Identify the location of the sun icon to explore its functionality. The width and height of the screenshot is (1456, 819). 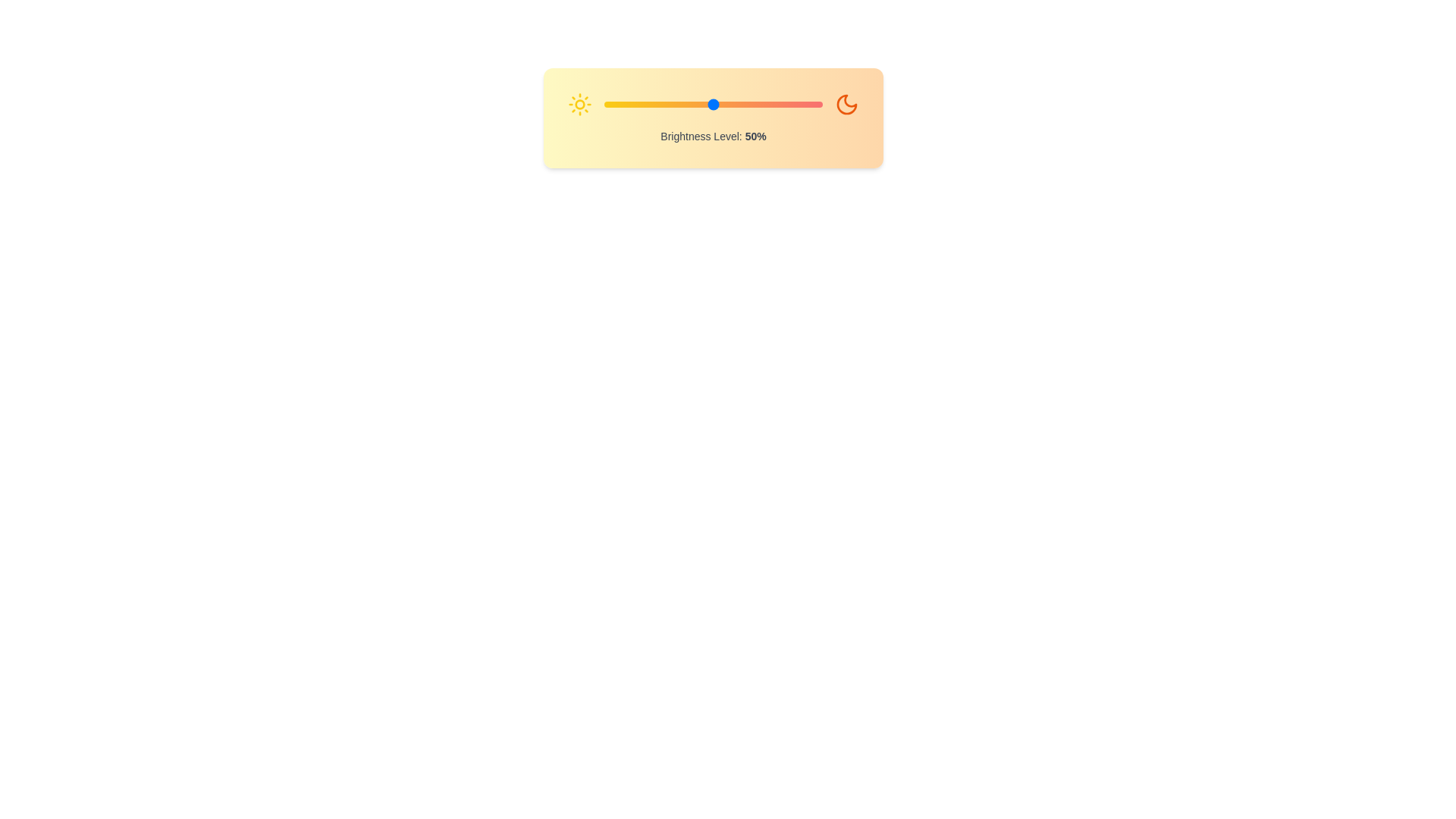
(579, 104).